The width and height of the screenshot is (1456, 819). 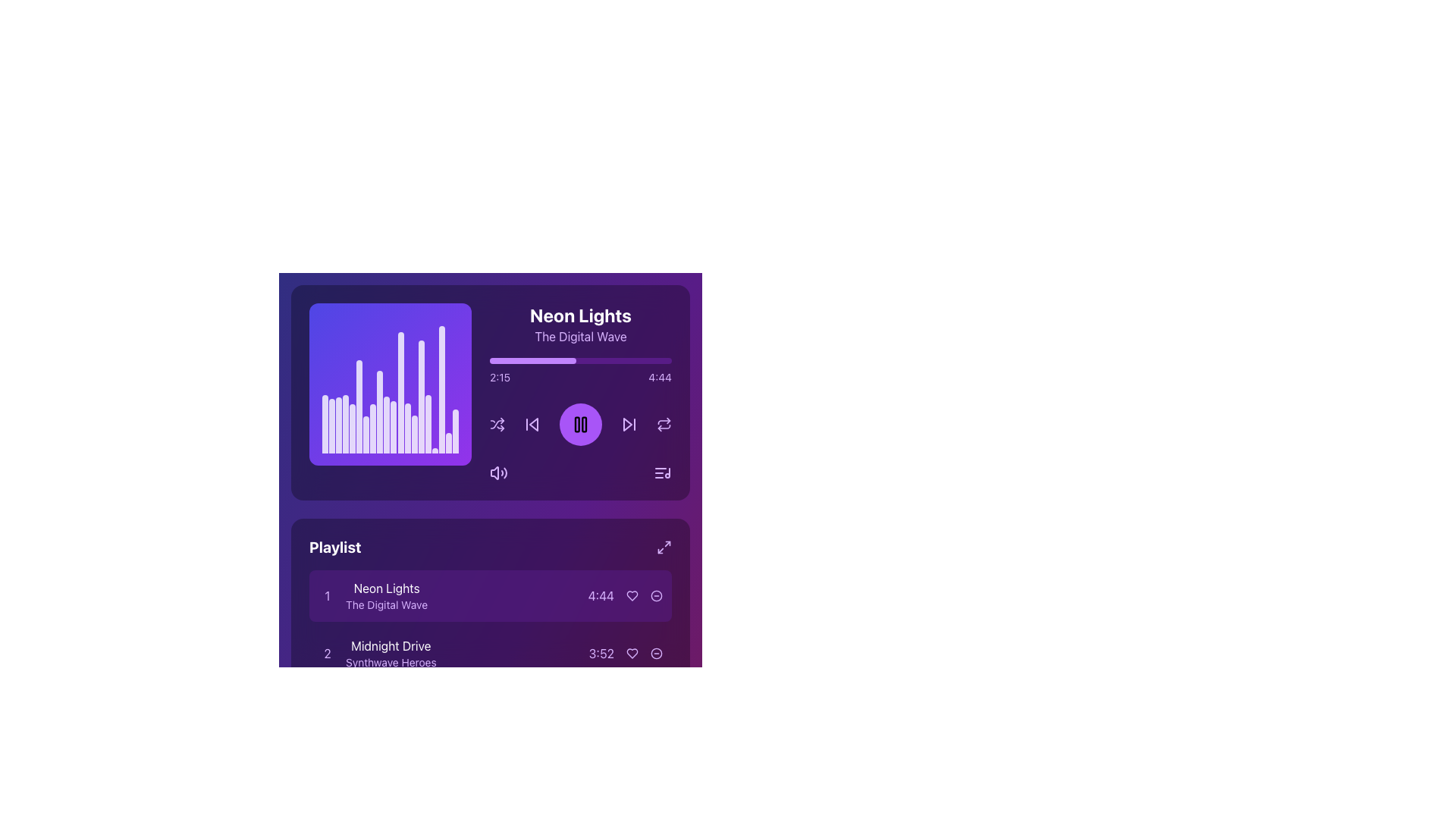 What do you see at coordinates (660, 376) in the screenshot?
I see `the text label displaying the time '4:44' located at the top-right corner of the interface, to the right of the 'Neon Lights' song title and progress bar` at bounding box center [660, 376].